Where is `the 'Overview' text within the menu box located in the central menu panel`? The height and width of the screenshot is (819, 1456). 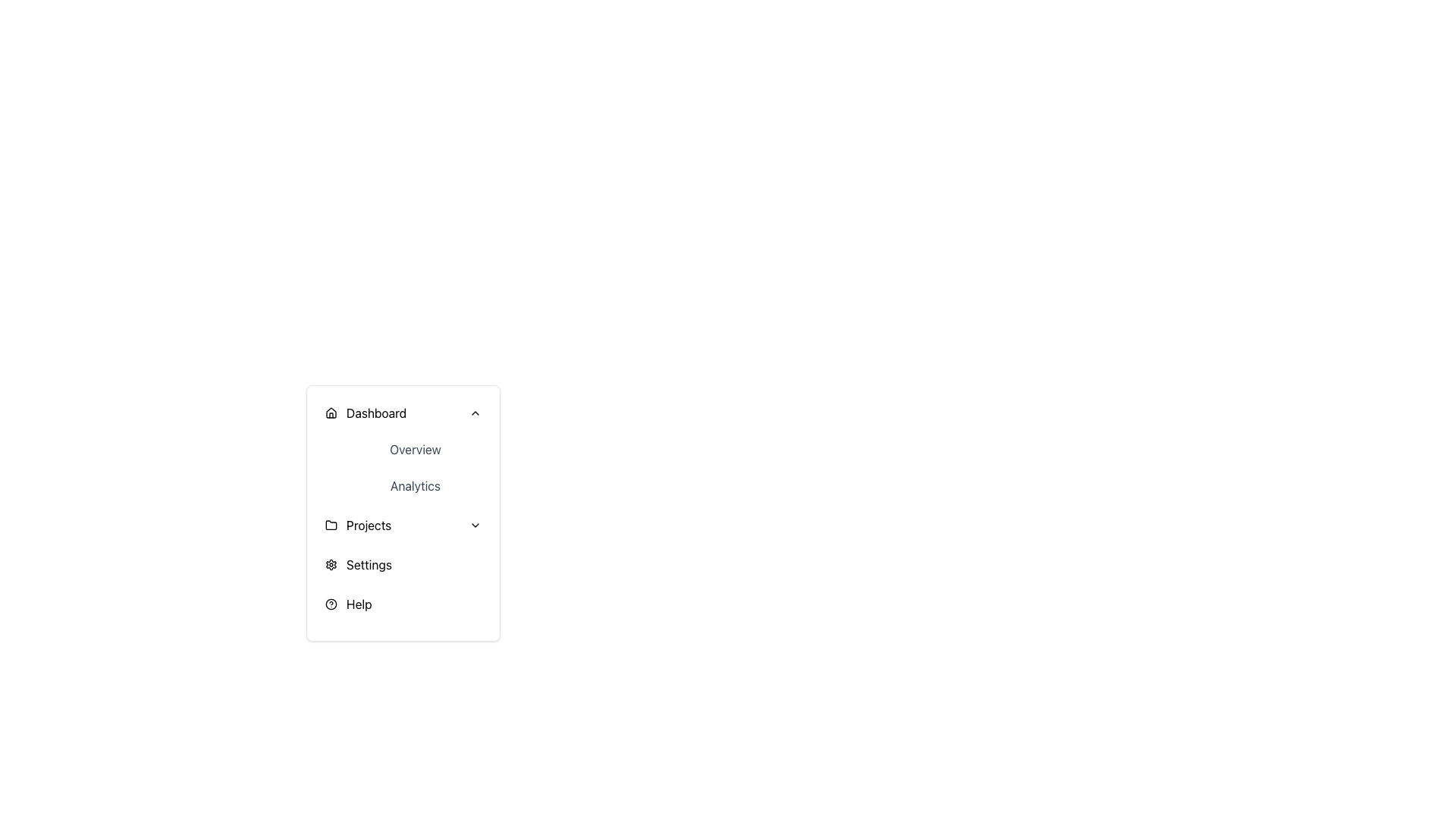
the 'Overview' text within the menu box located in the central menu panel is located at coordinates (403, 449).